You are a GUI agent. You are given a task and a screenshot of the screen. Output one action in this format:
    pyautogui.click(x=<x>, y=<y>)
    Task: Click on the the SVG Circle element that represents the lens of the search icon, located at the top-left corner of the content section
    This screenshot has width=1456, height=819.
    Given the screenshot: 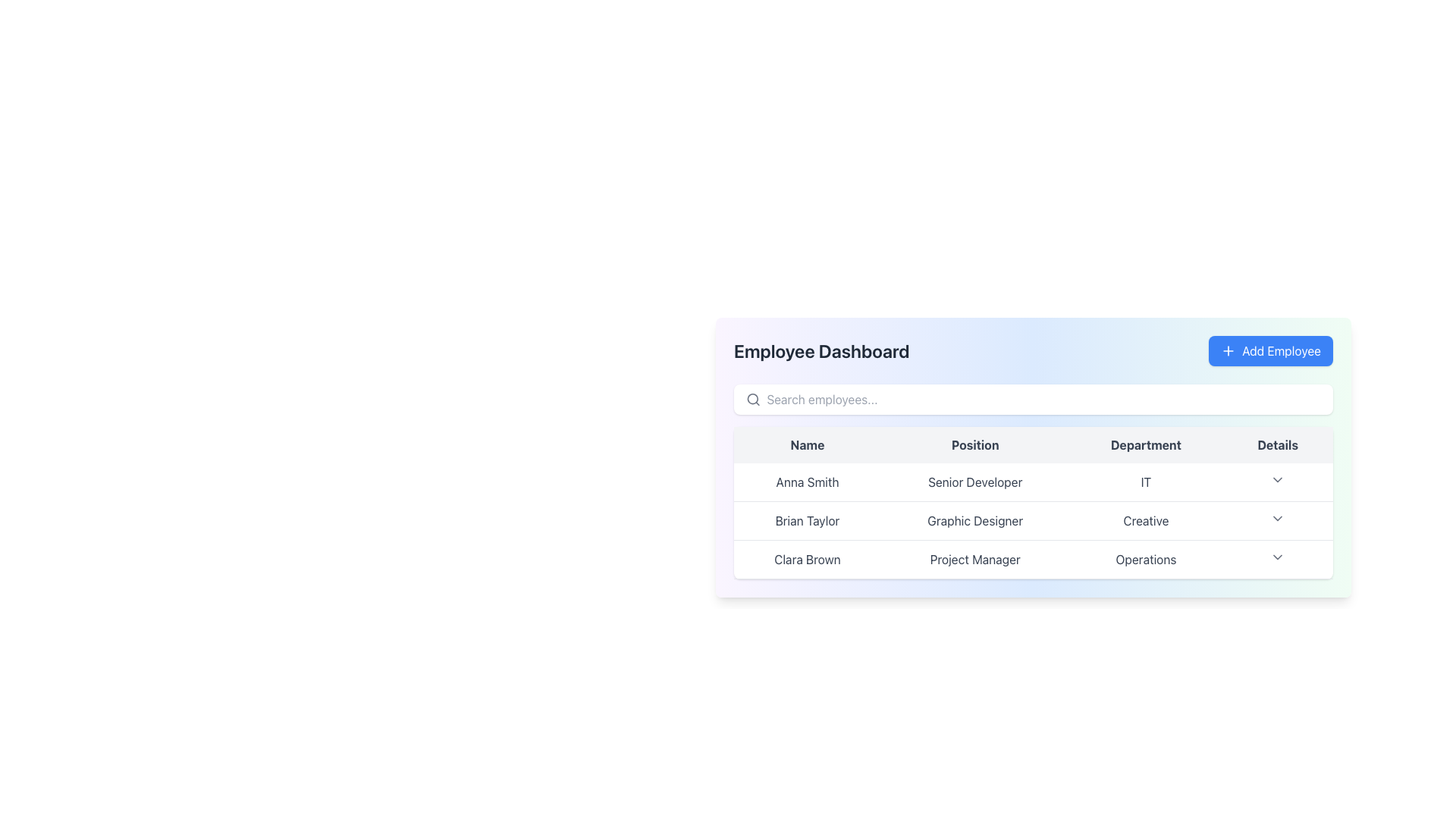 What is the action you would take?
    pyautogui.click(x=752, y=398)
    